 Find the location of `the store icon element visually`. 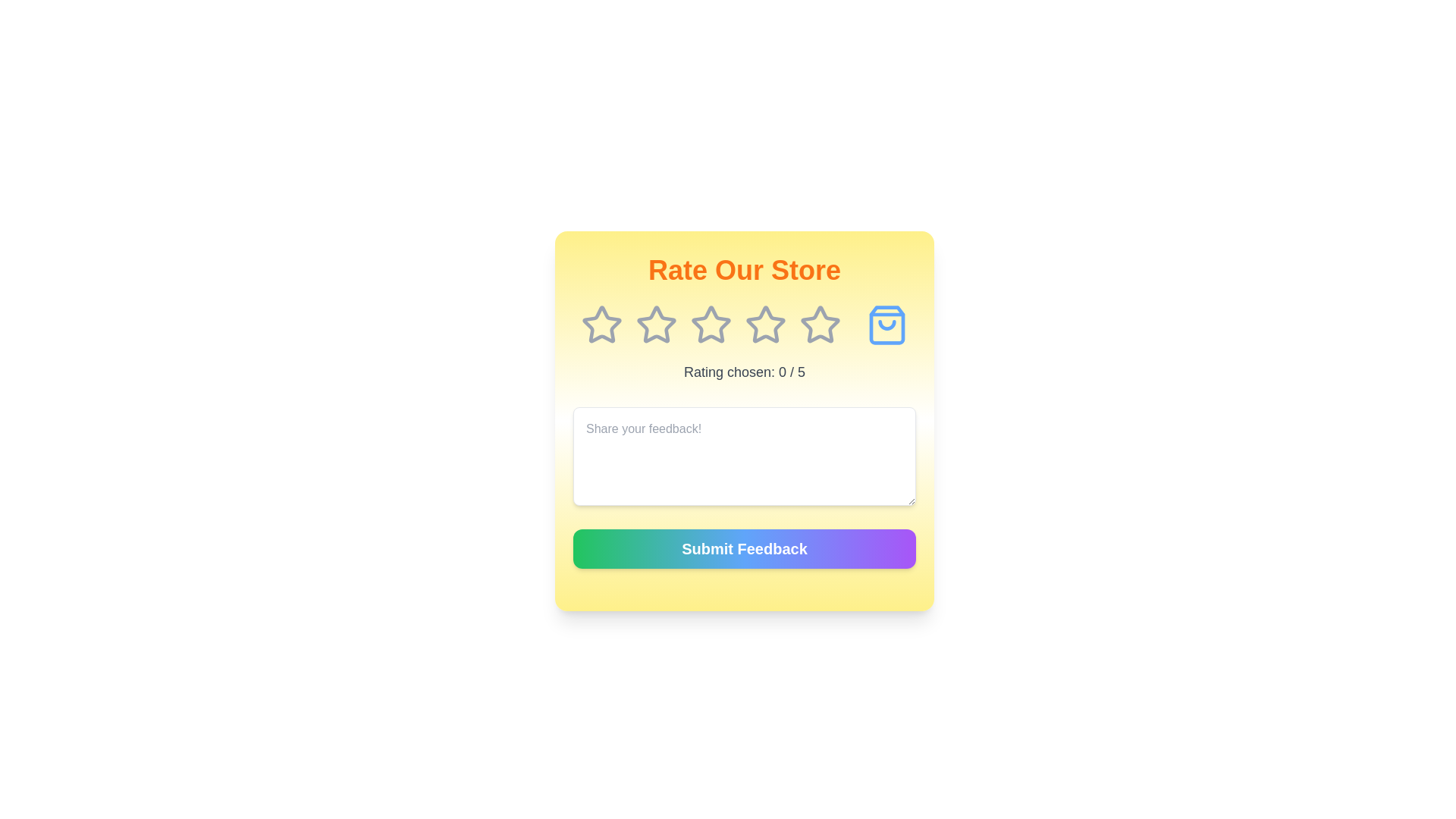

the store icon element visually is located at coordinates (887, 324).